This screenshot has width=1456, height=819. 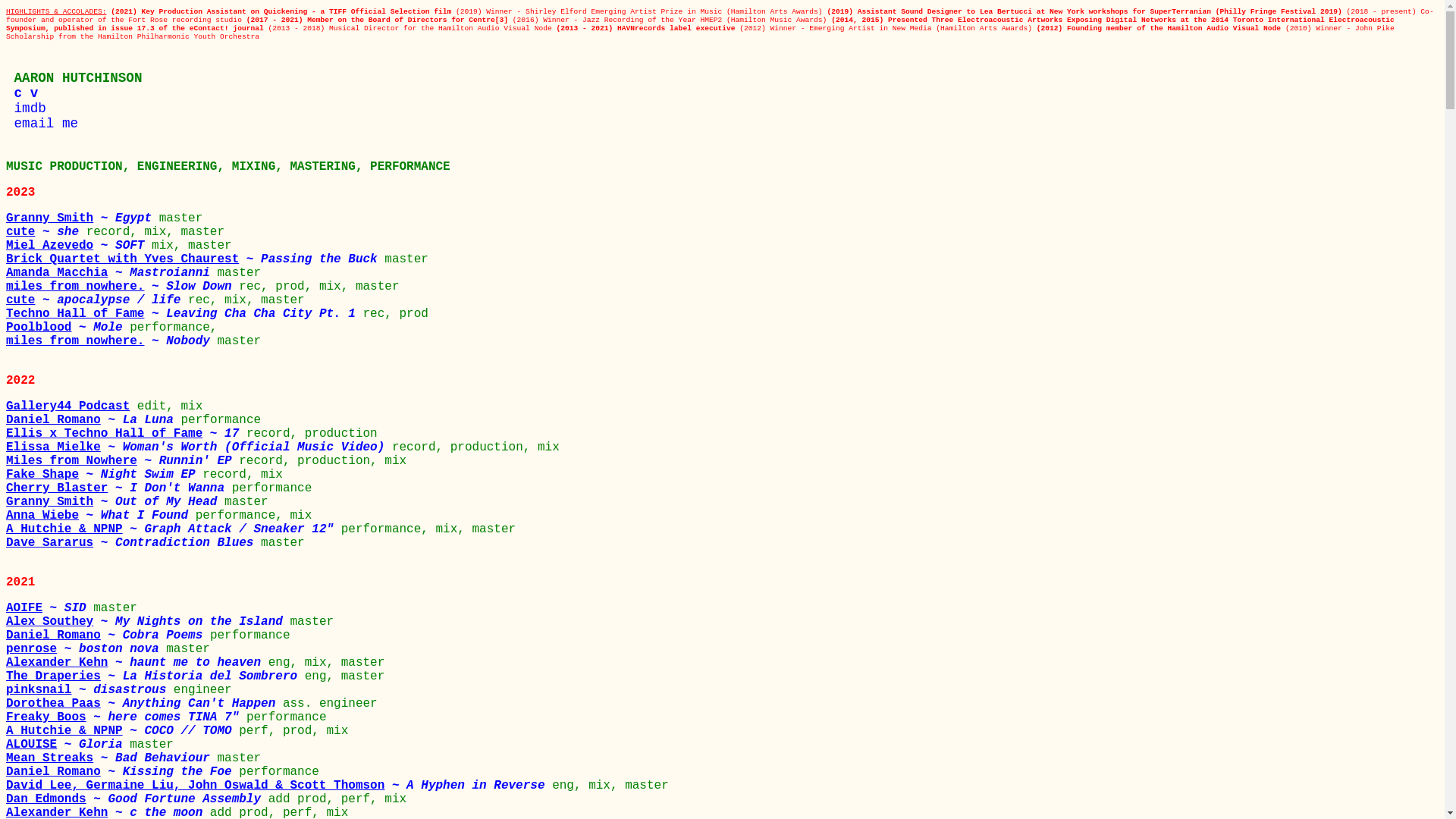 I want to click on 'penrose ~ boston nova', so click(x=85, y=648).